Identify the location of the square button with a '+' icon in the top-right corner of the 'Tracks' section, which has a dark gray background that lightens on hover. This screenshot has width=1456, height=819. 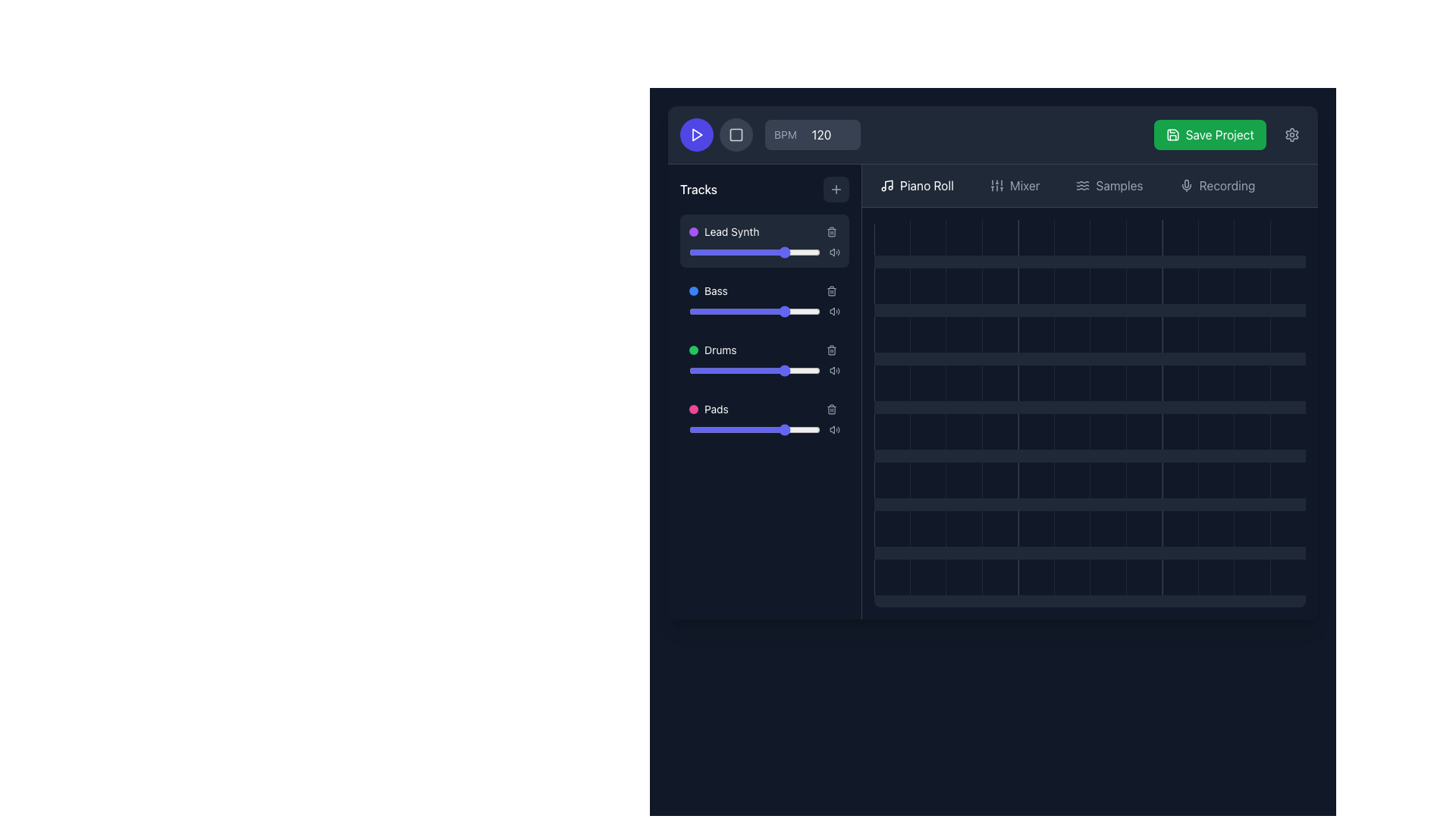
(836, 189).